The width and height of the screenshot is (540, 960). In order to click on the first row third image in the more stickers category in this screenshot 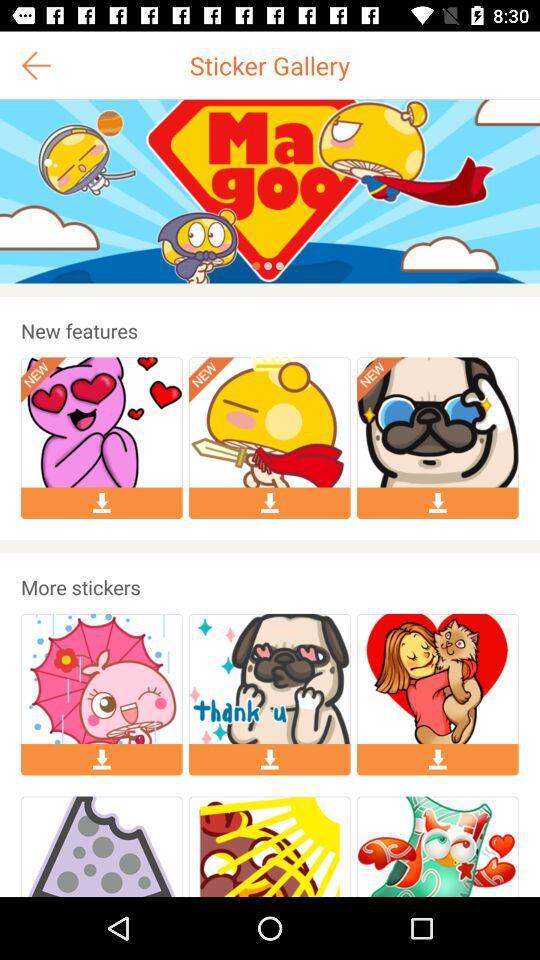, I will do `click(436, 679)`.